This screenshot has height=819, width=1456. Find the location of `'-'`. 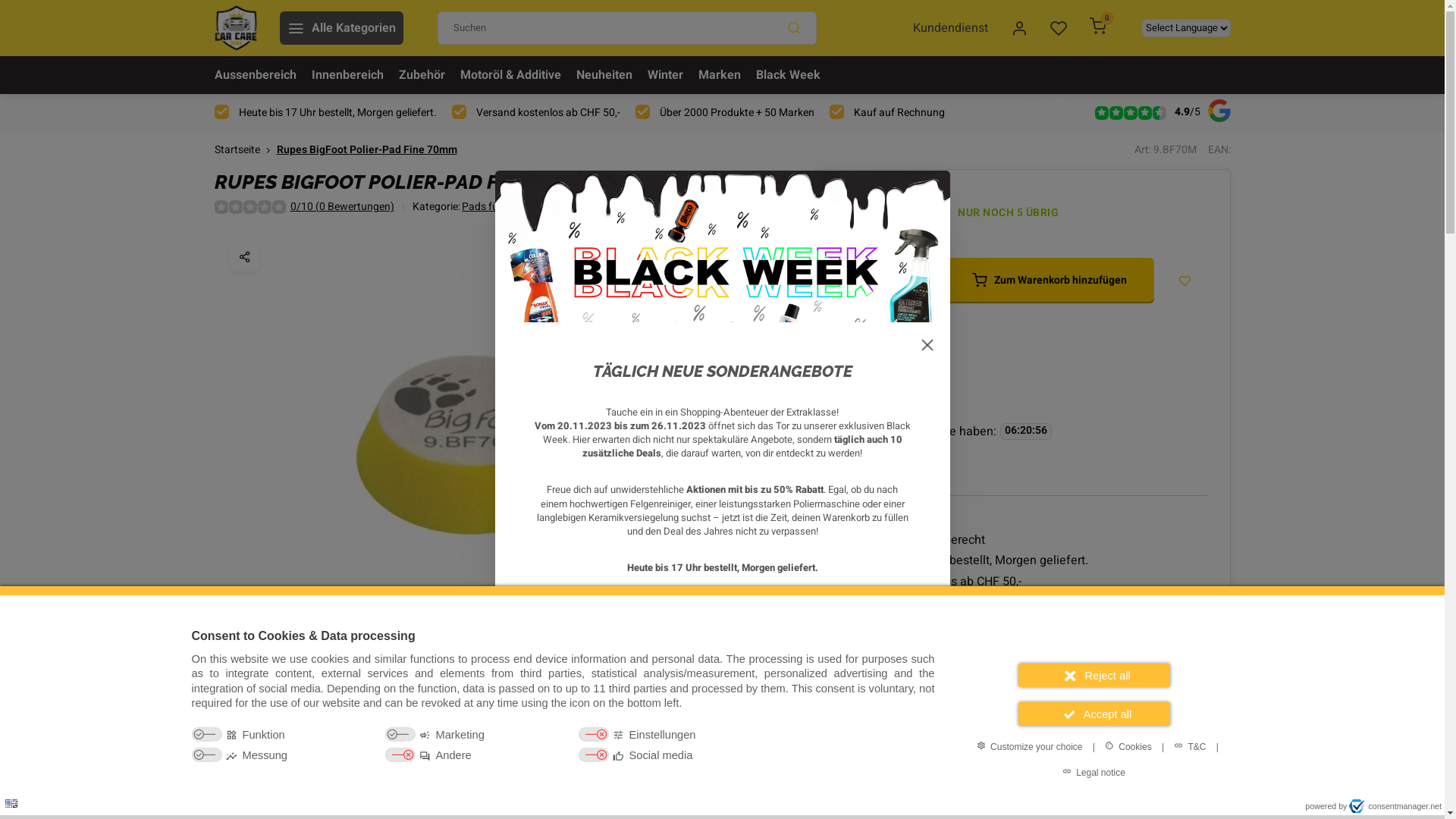

'-' is located at coordinates (852, 281).